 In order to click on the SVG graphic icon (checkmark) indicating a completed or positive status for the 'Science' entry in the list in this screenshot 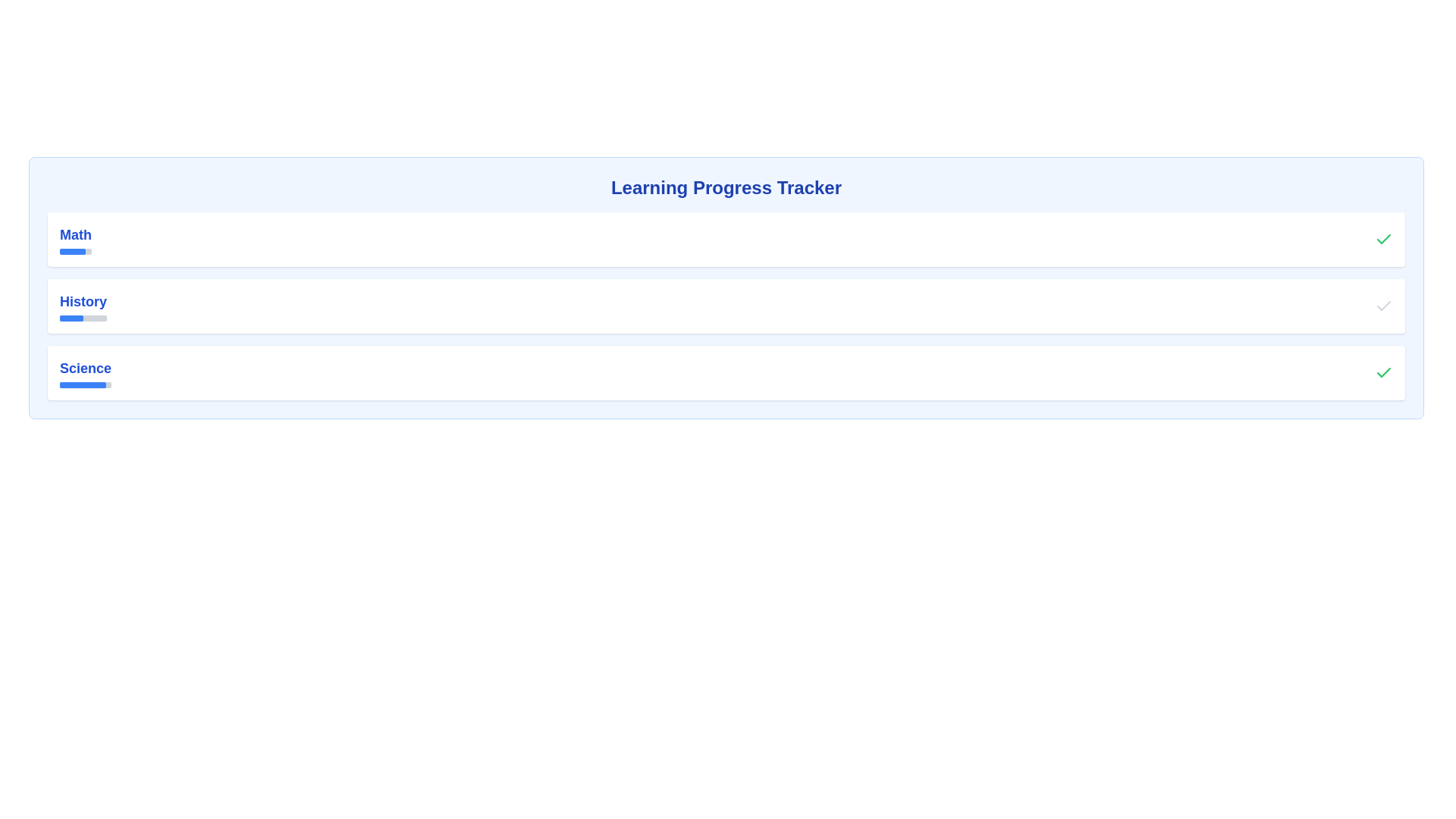, I will do `click(1383, 373)`.